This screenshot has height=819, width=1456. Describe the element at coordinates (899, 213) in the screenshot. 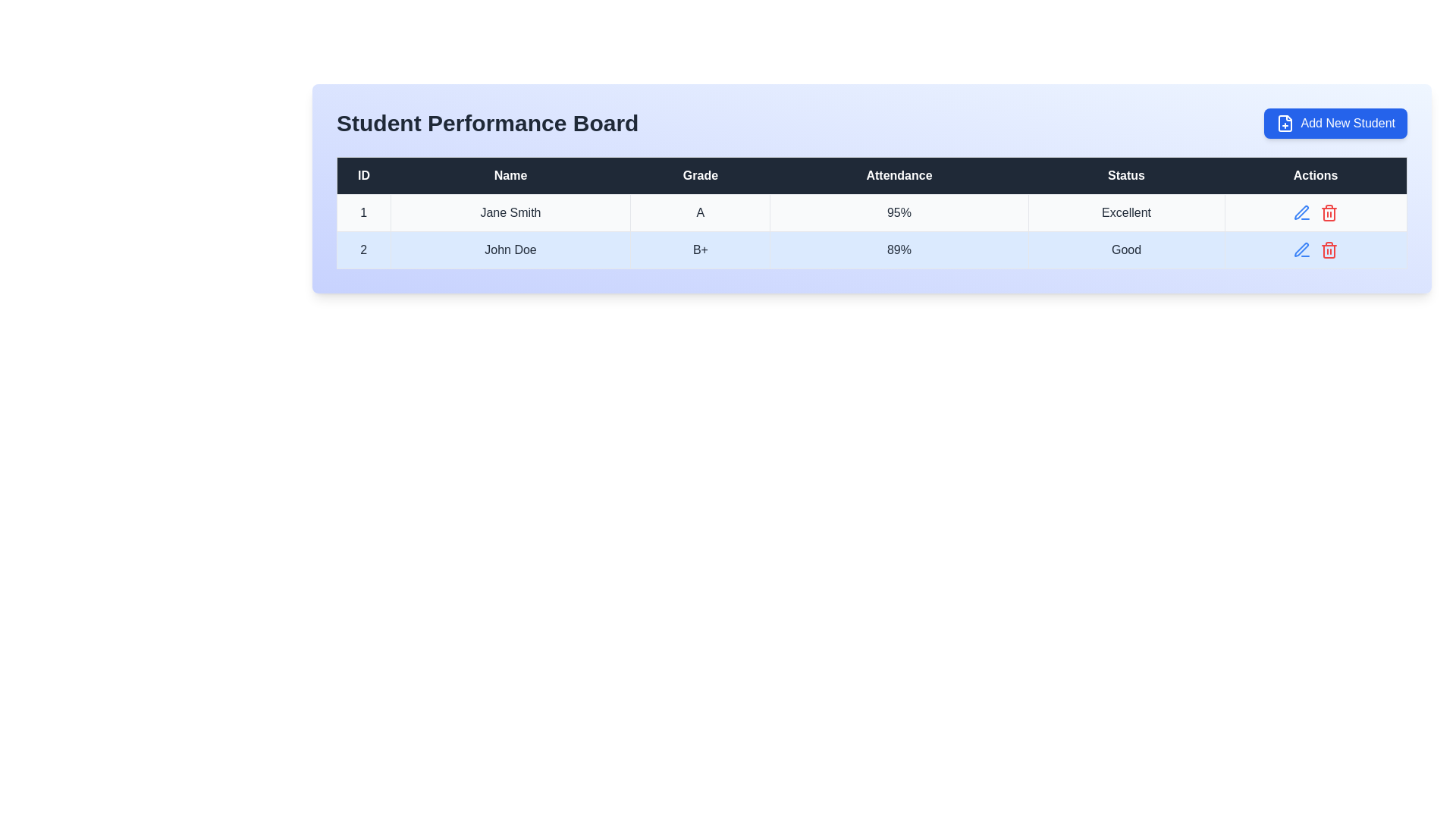

I see `displayed attendance percentage for the student 'Jane Smith' located in the 'Attendance' column, first row of the table` at that location.